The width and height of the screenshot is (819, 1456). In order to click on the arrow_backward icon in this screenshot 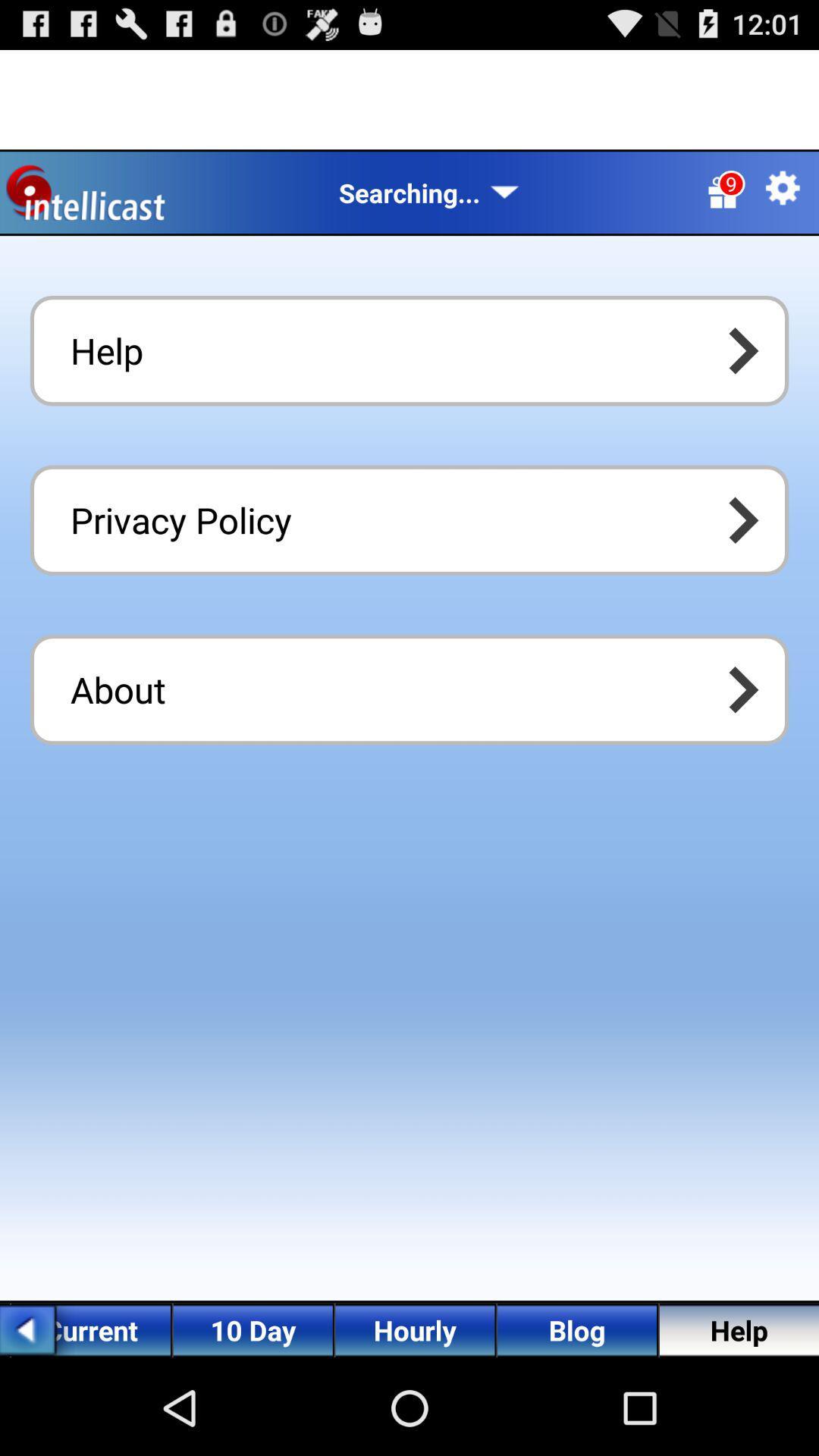, I will do `click(36, 1423)`.